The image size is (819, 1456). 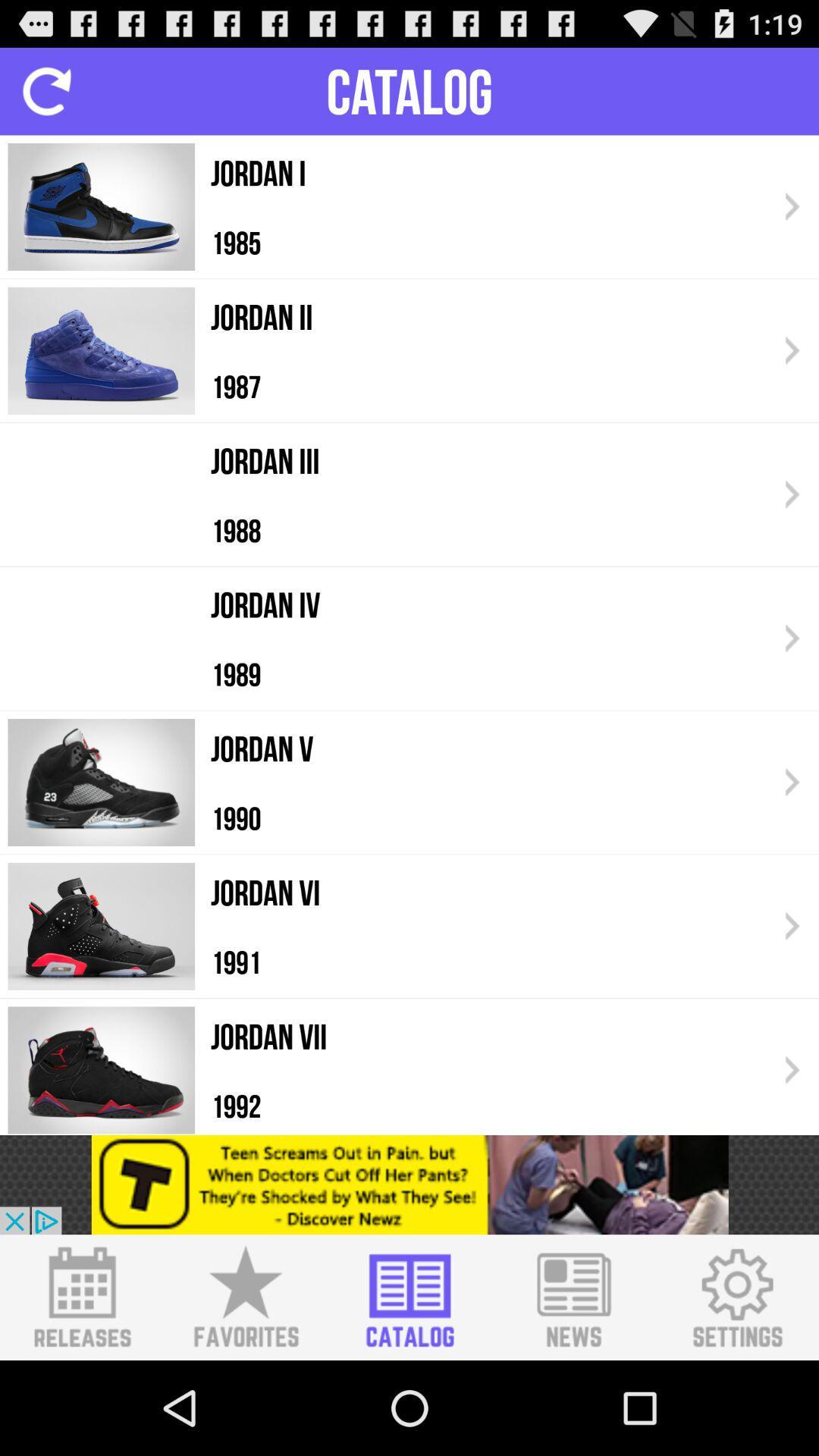 I want to click on news, so click(x=573, y=1297).